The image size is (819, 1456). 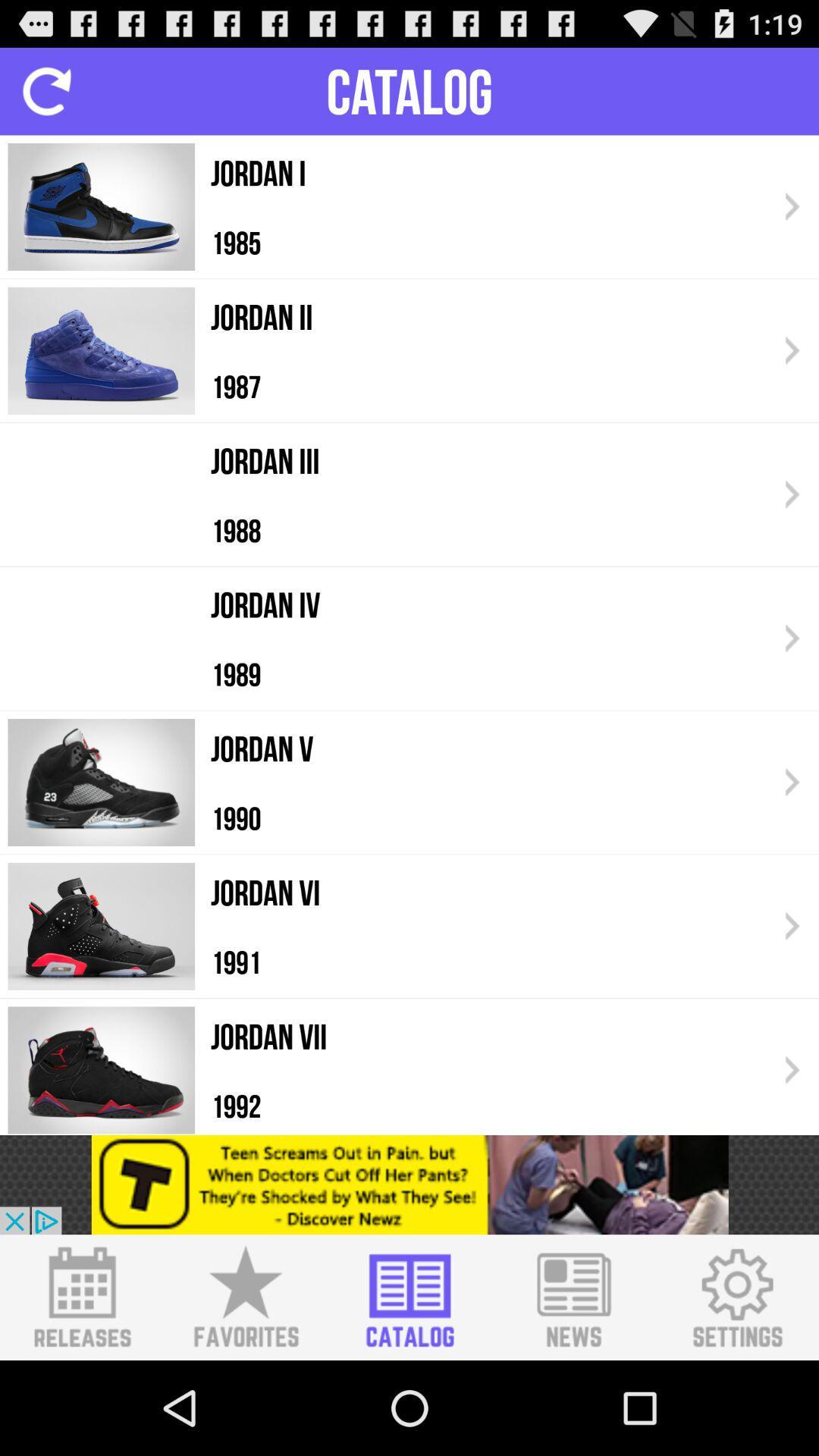 I want to click on news, so click(x=573, y=1297).